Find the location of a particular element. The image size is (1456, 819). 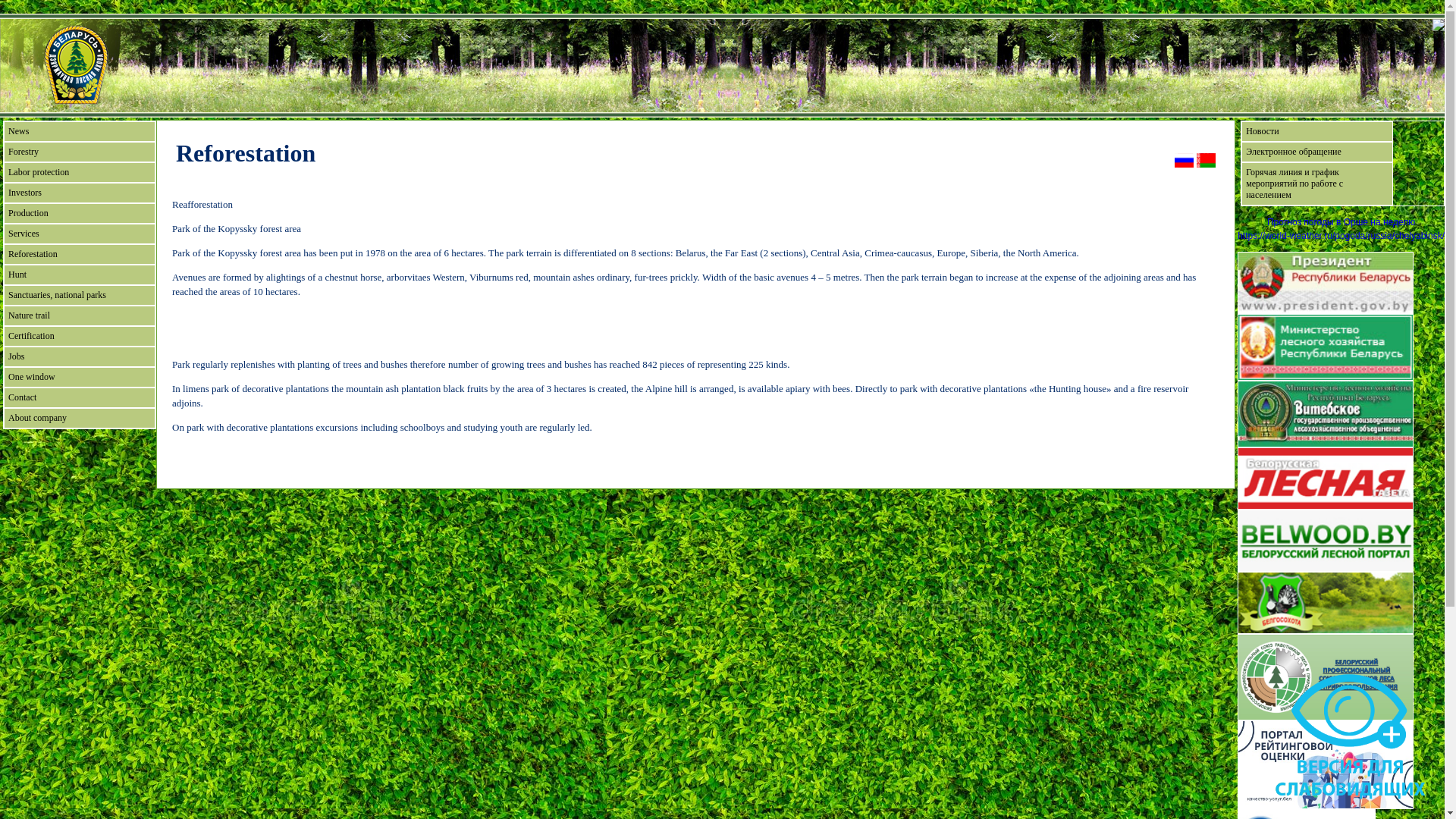

'Nature trail' is located at coordinates (79, 315).